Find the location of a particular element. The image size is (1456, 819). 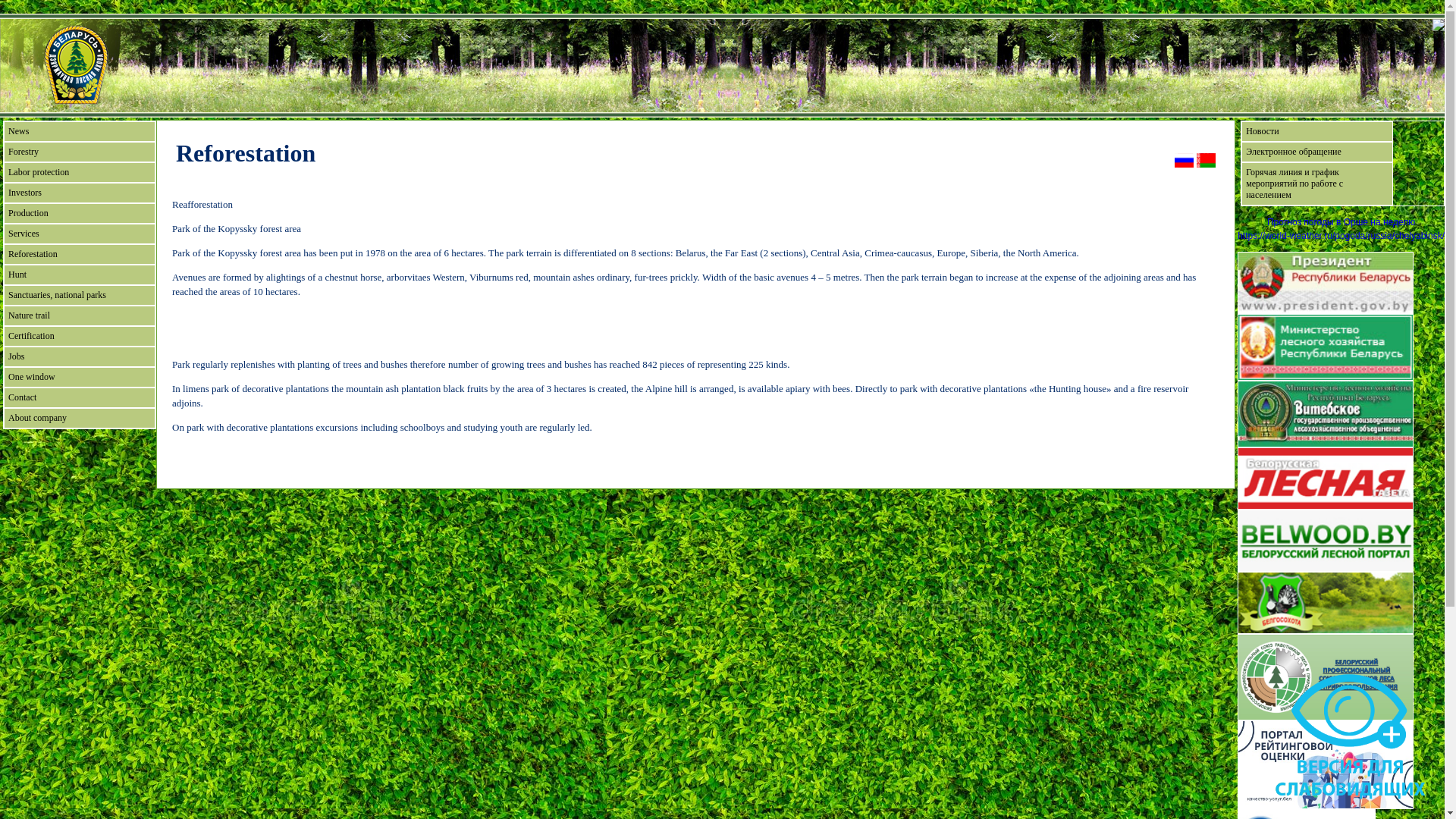

'Nature trail' is located at coordinates (79, 315).